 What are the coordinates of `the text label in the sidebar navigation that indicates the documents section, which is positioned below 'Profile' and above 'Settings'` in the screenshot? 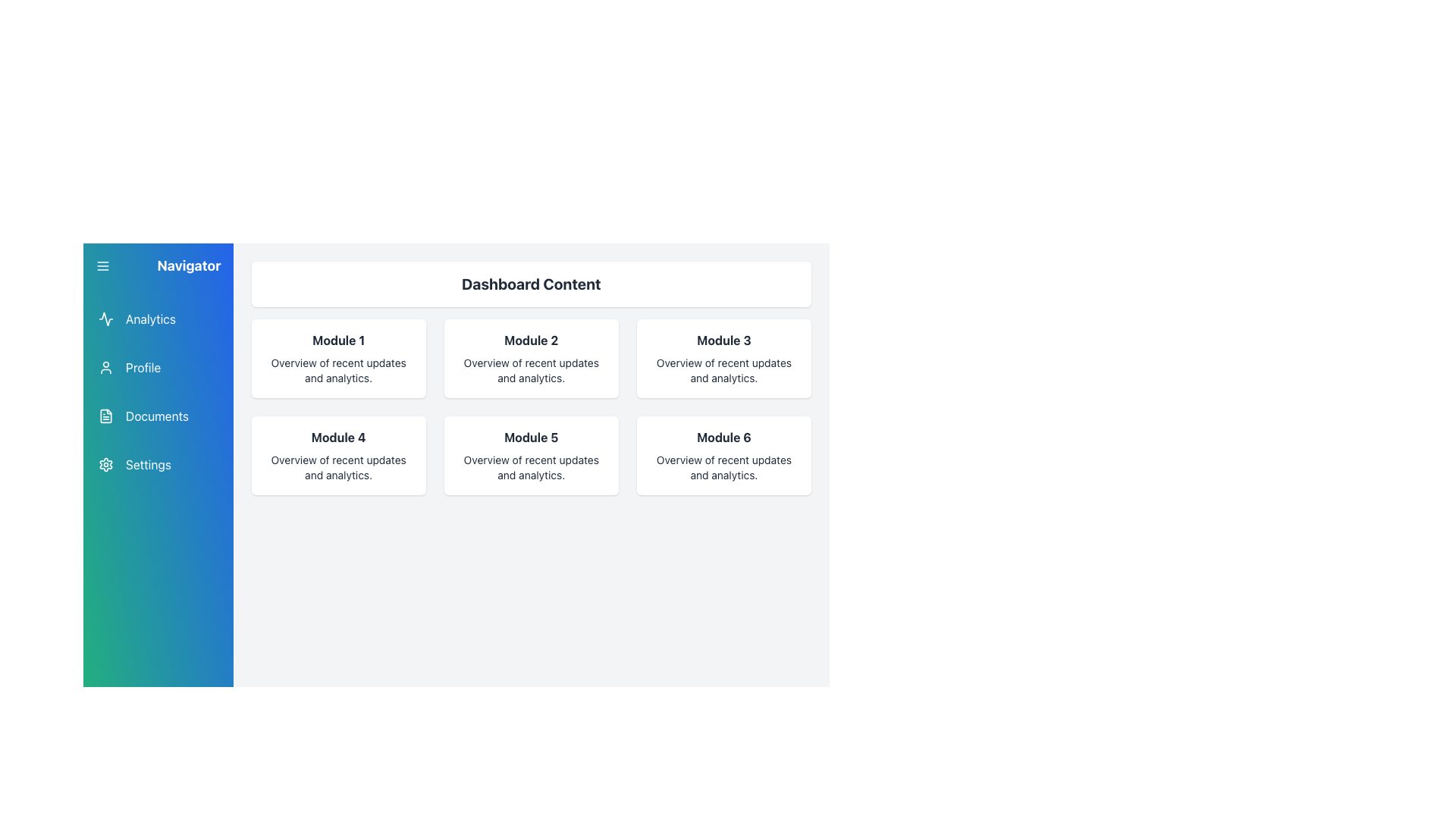 It's located at (157, 416).